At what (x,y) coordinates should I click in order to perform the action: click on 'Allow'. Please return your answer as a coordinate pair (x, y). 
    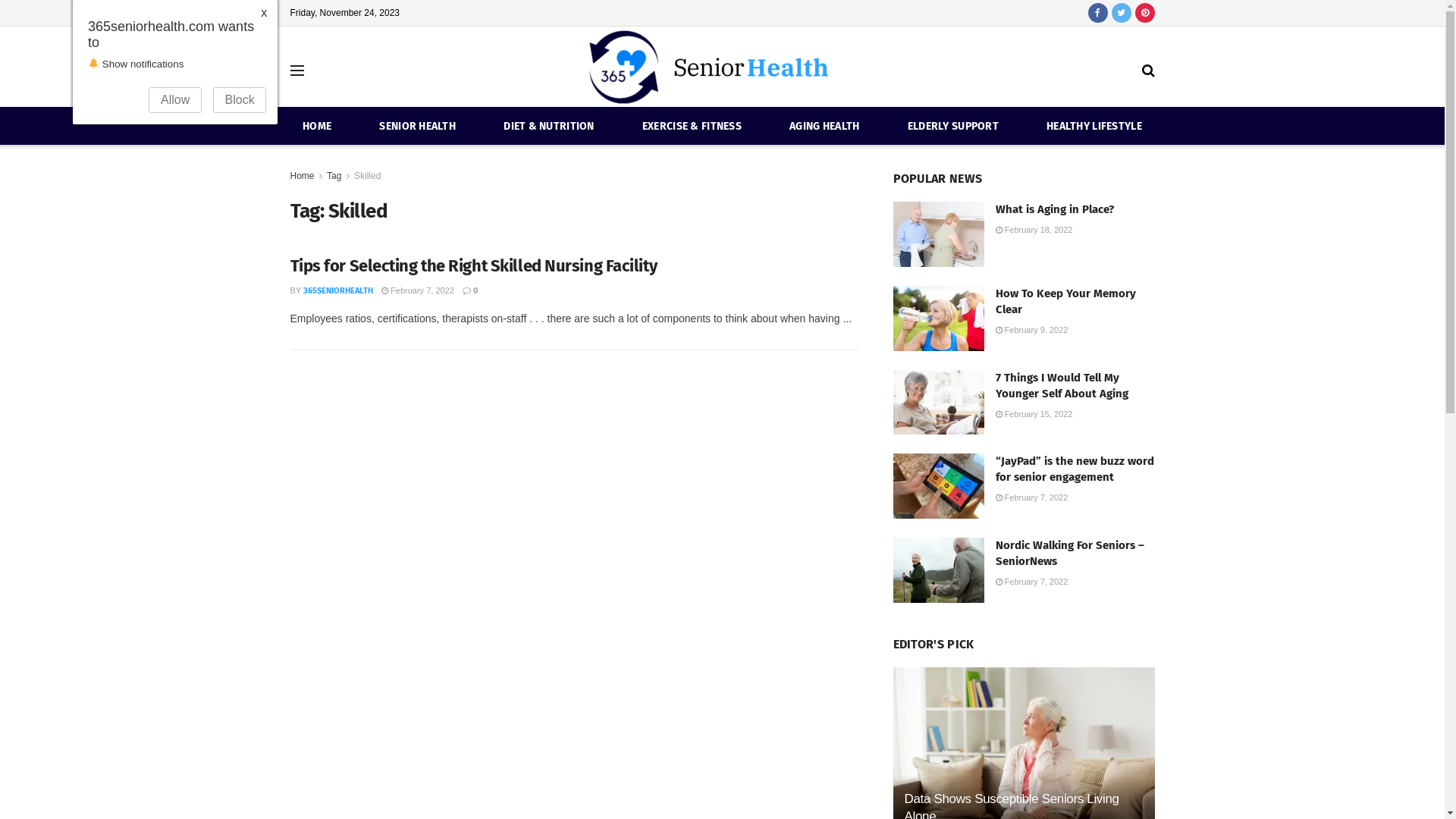
    Looking at the image, I should click on (174, 99).